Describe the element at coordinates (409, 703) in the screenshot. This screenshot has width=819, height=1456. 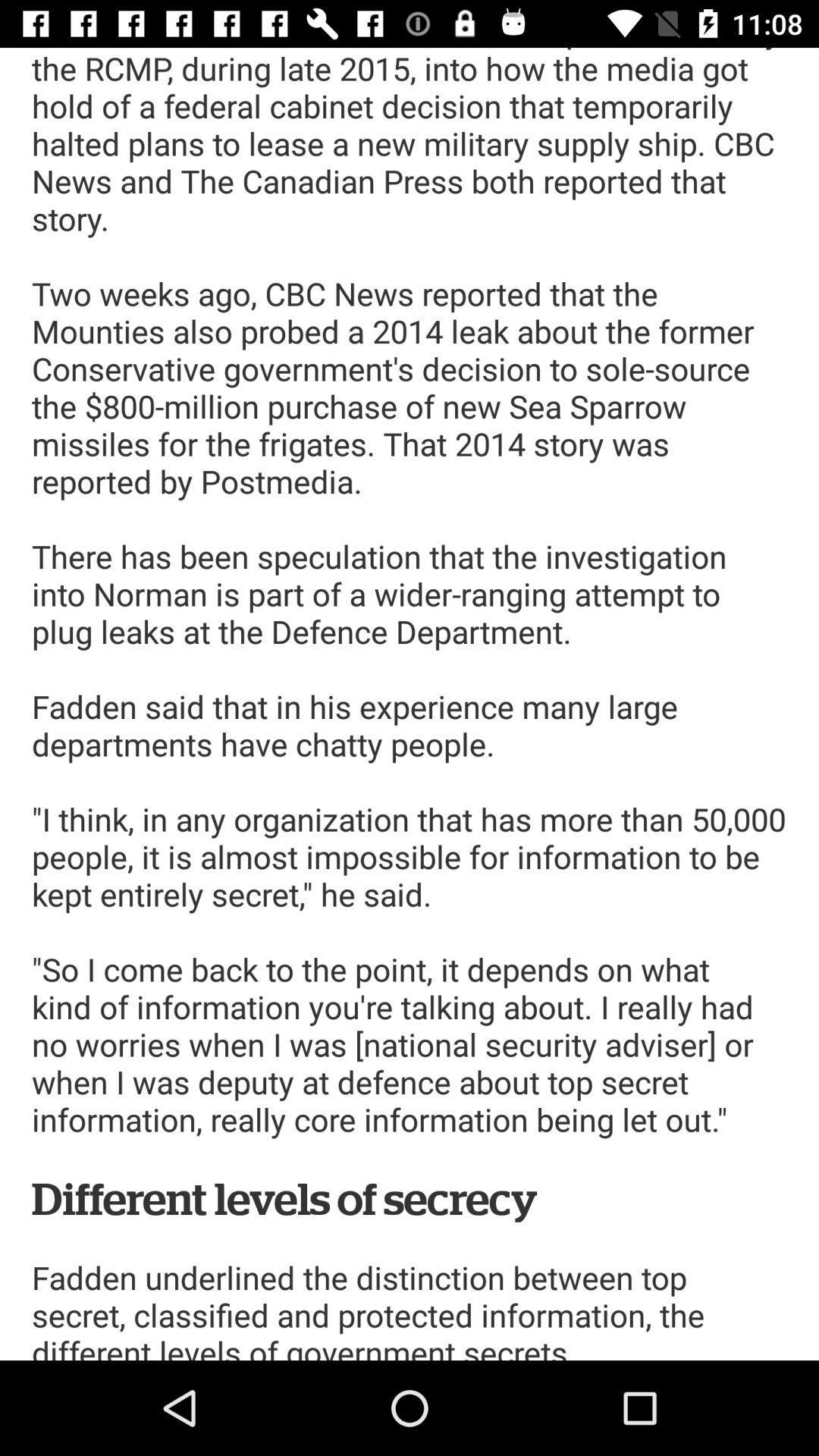
I see `i think that icon` at that location.